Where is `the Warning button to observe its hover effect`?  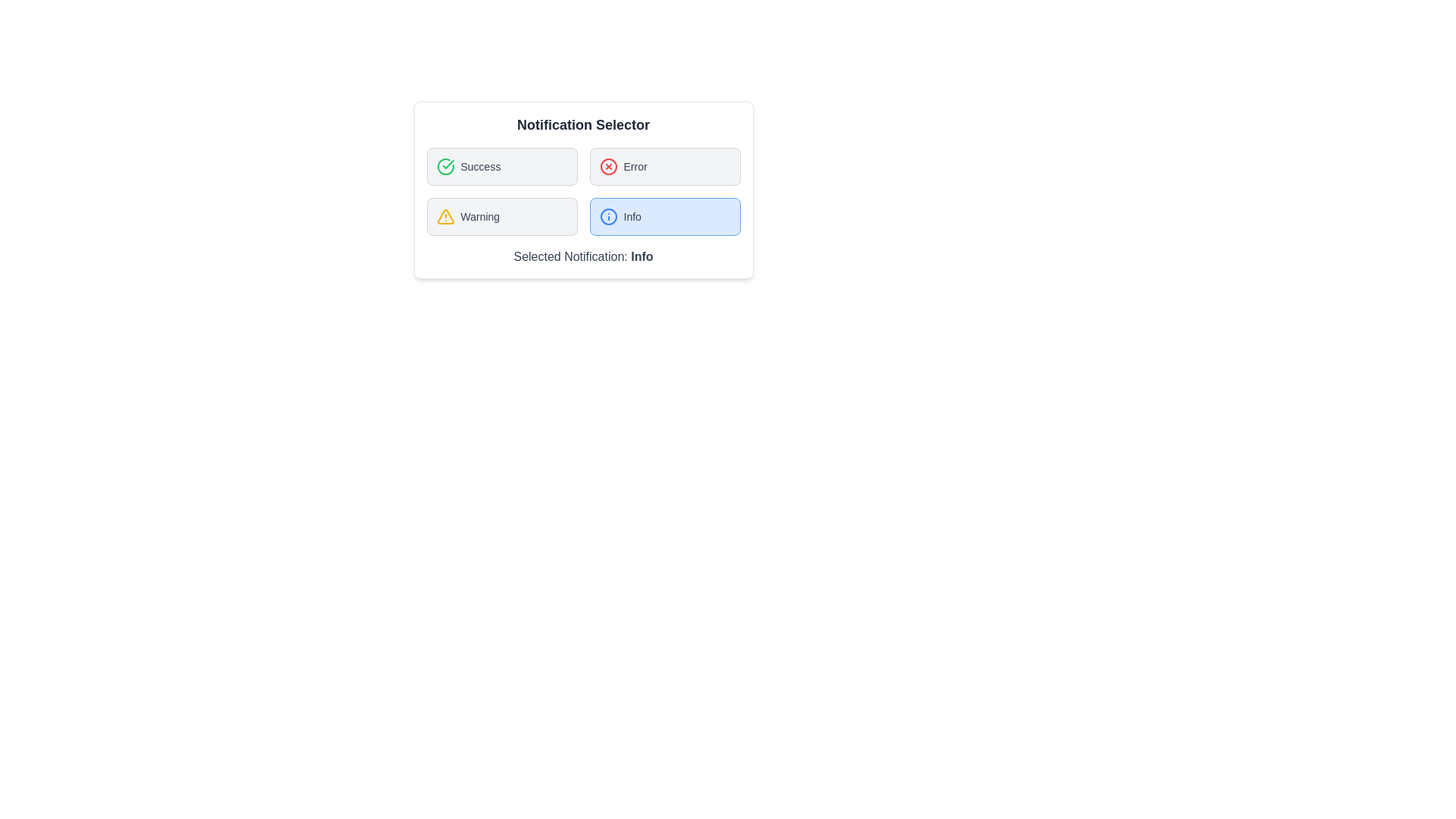
the Warning button to observe its hover effect is located at coordinates (502, 216).